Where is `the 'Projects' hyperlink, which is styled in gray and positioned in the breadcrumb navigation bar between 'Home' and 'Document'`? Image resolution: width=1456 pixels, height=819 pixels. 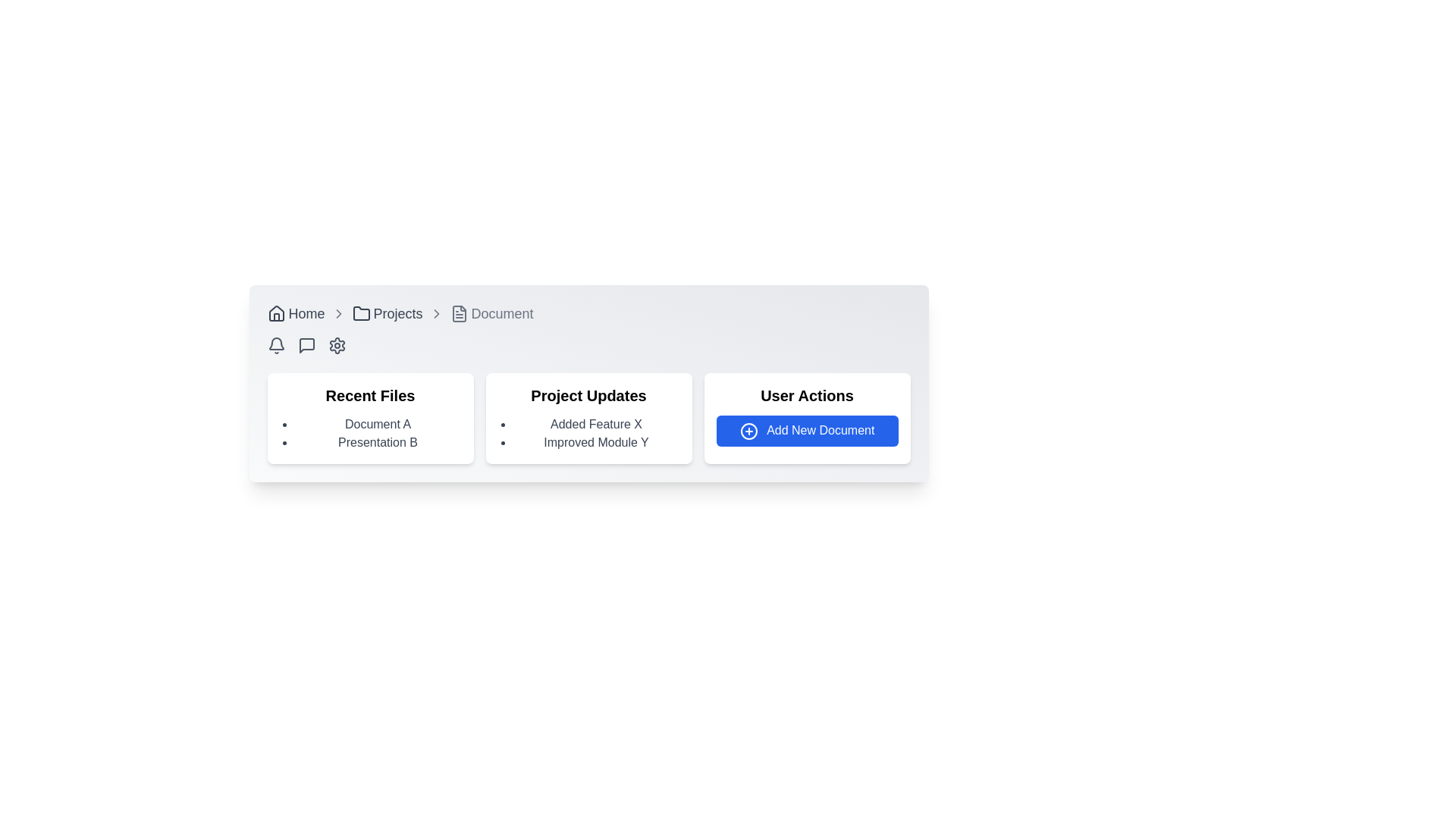
the 'Projects' hyperlink, which is styled in gray and positioned in the breadcrumb navigation bar between 'Home' and 'Document' is located at coordinates (388, 312).